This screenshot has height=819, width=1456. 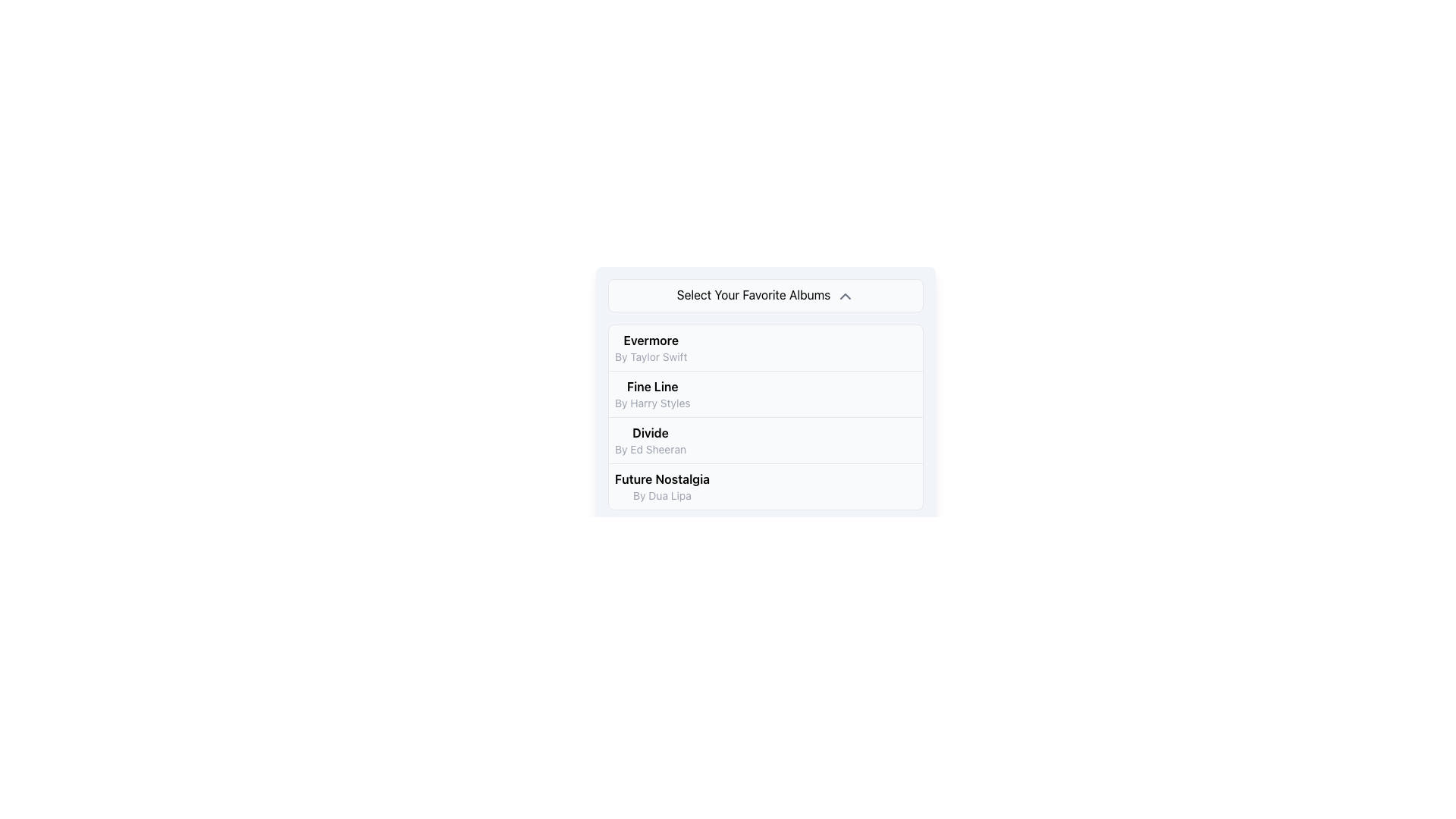 I want to click on the Text Display element that shows the album 'Fine Line' by Harry Styles, which is the second item in the list under 'Select Your Favorite Albums.', so click(x=652, y=393).